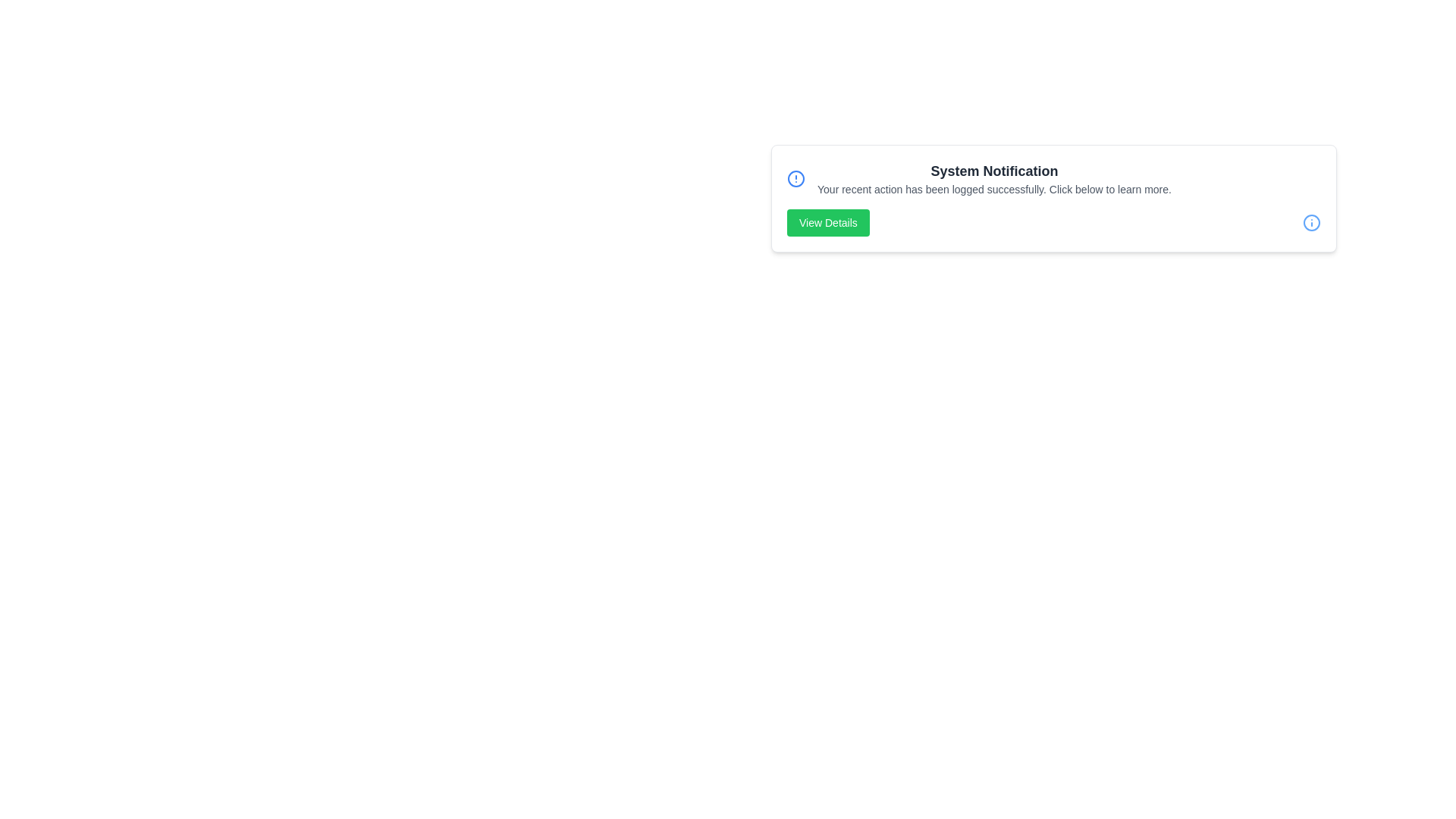 Image resolution: width=1456 pixels, height=819 pixels. What do you see at coordinates (817, 180) in the screenshot?
I see `the text 'Your recent action has been logged successfully. Click below to learn more.'` at bounding box center [817, 180].